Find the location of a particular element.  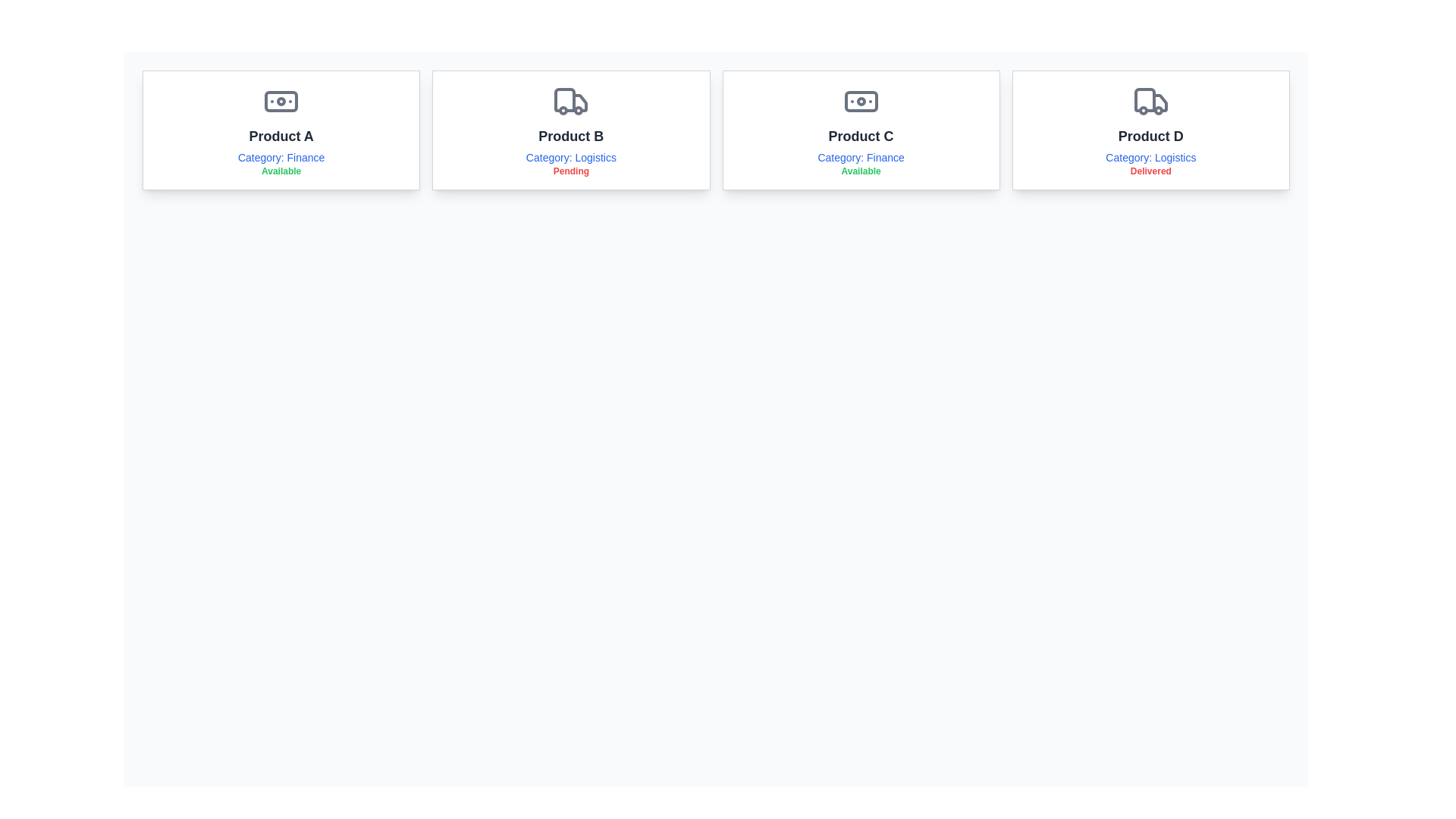

the banknote icon SVG graphic located in the upper section of the 'Product C' card, which is centered horizontally above the text 'Product C' is located at coordinates (861, 102).